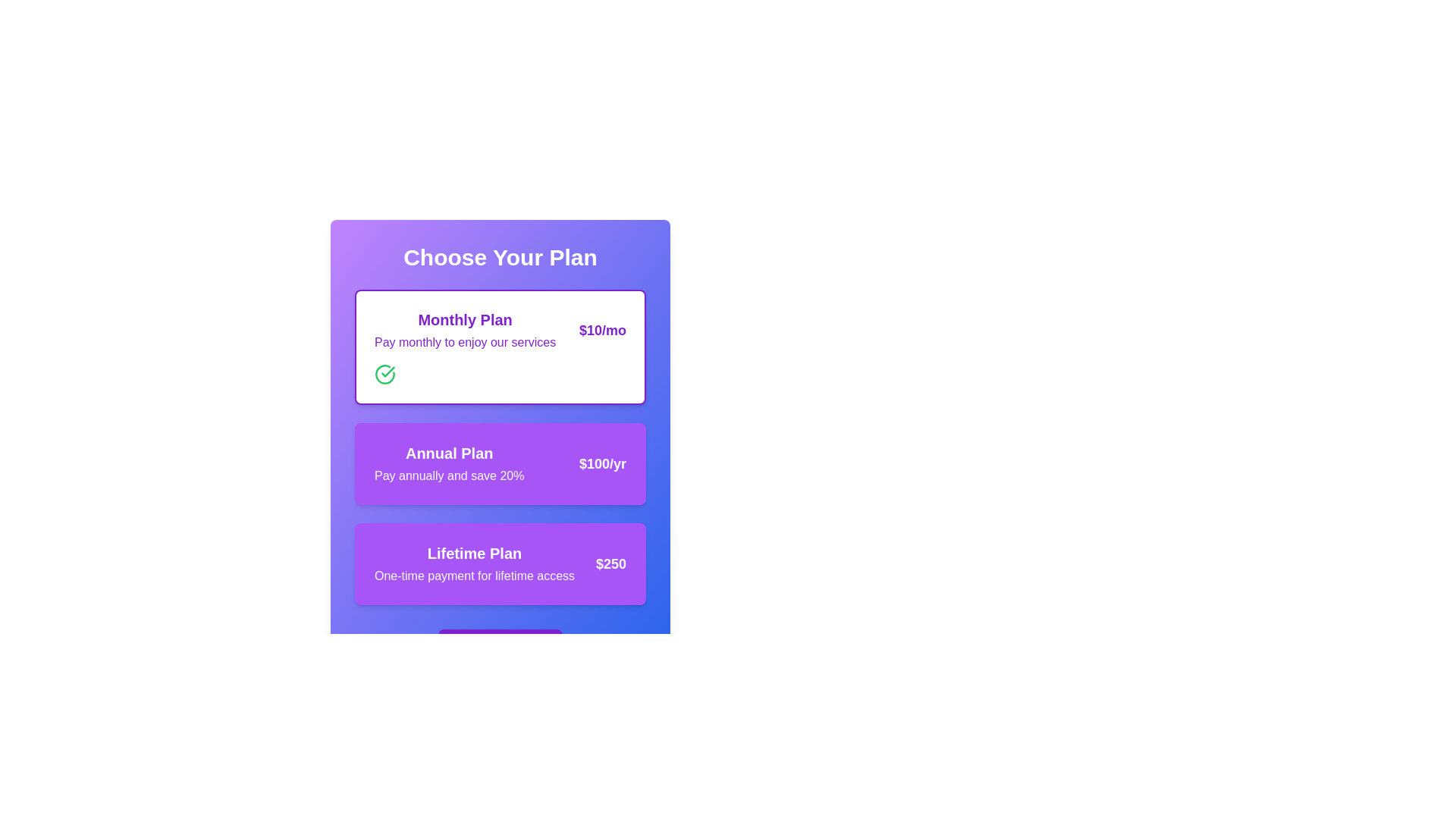 The image size is (1456, 819). I want to click on text label that says 'Pay monthly to enjoy our services', which is styled in a medium-sized purple font and located beneath the 'Monthly Plan' title, so click(464, 342).